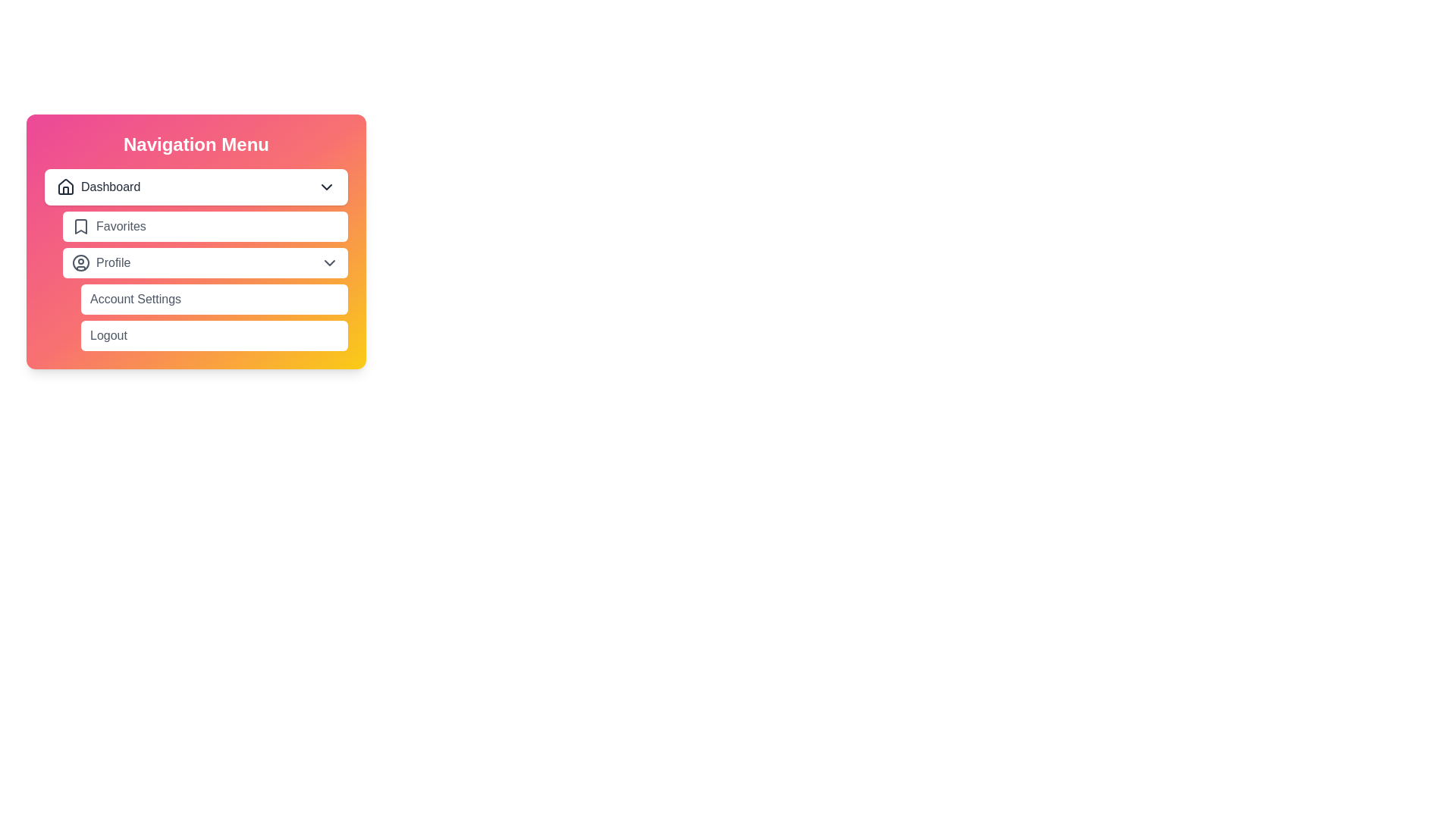  What do you see at coordinates (214, 335) in the screenshot?
I see `the 'Logout' button, which is a rectangular button with rounded corners and a white background, located below the 'Account Settings' button in the vertical navigation menu` at bounding box center [214, 335].